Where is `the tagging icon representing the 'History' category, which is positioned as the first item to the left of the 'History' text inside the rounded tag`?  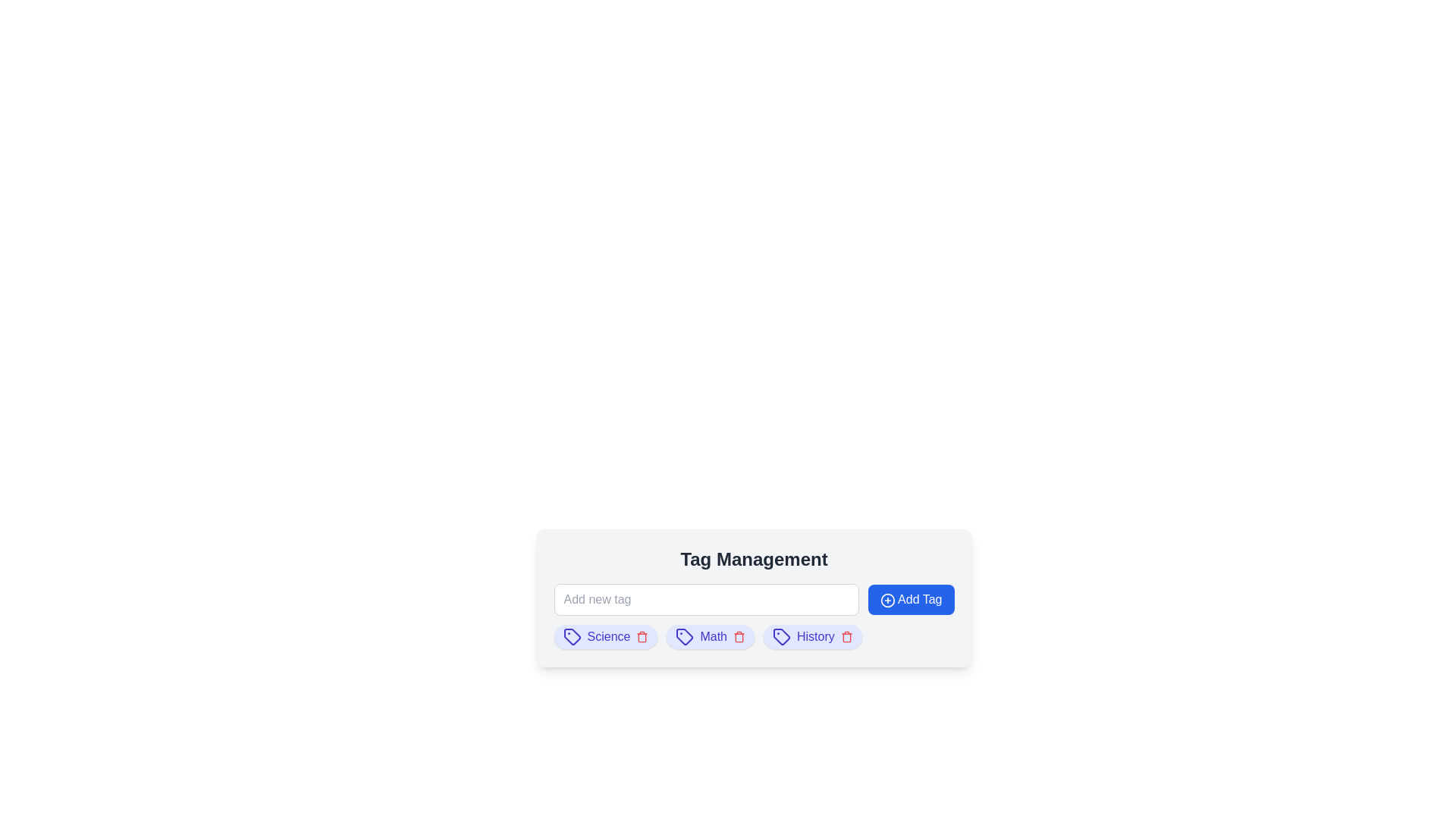 the tagging icon representing the 'History' category, which is positioned as the first item to the left of the 'History' text inside the rounded tag is located at coordinates (782, 637).